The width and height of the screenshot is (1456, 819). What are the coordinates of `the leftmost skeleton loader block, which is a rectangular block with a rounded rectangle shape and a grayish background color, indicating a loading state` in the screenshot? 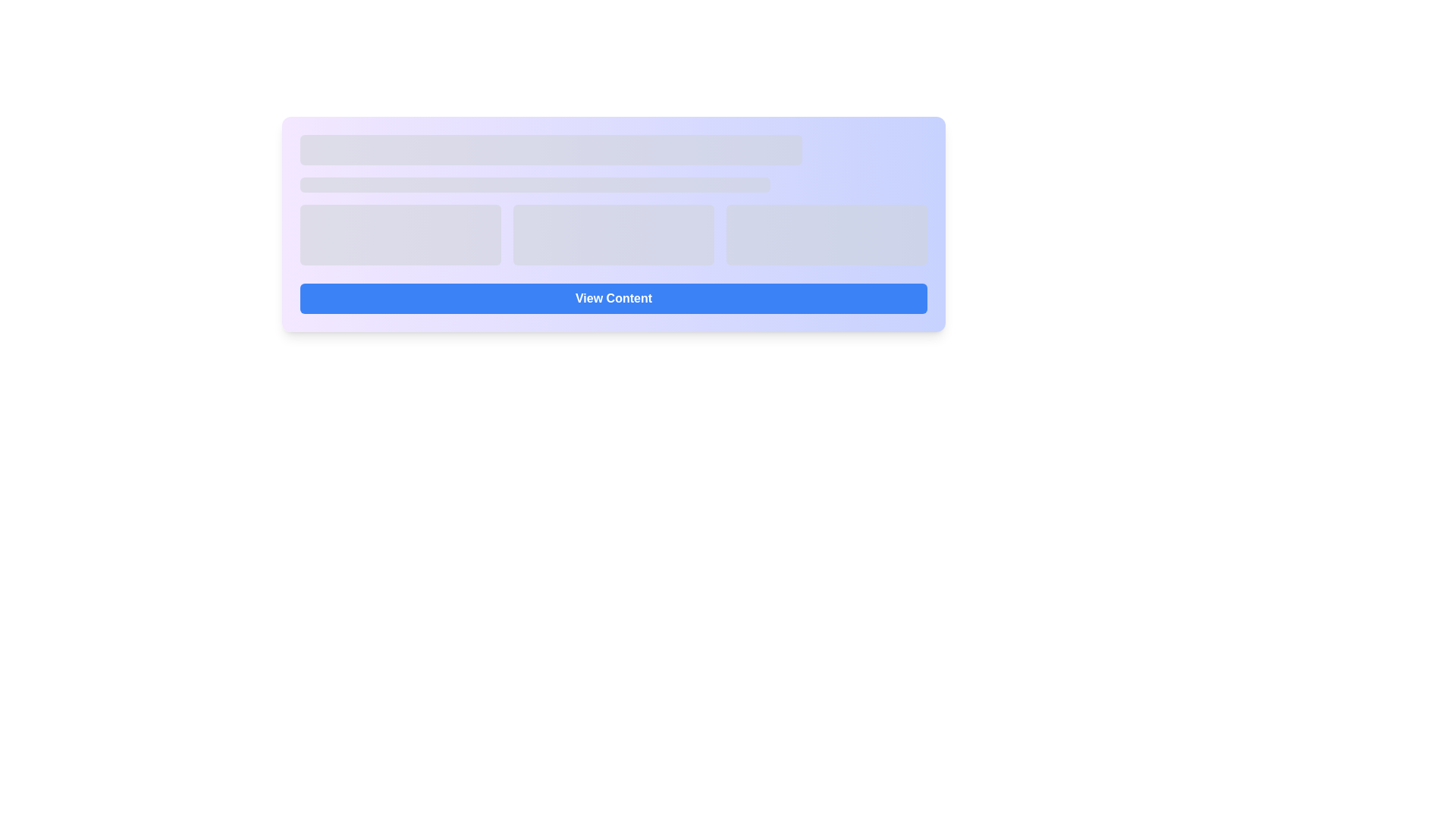 It's located at (400, 234).